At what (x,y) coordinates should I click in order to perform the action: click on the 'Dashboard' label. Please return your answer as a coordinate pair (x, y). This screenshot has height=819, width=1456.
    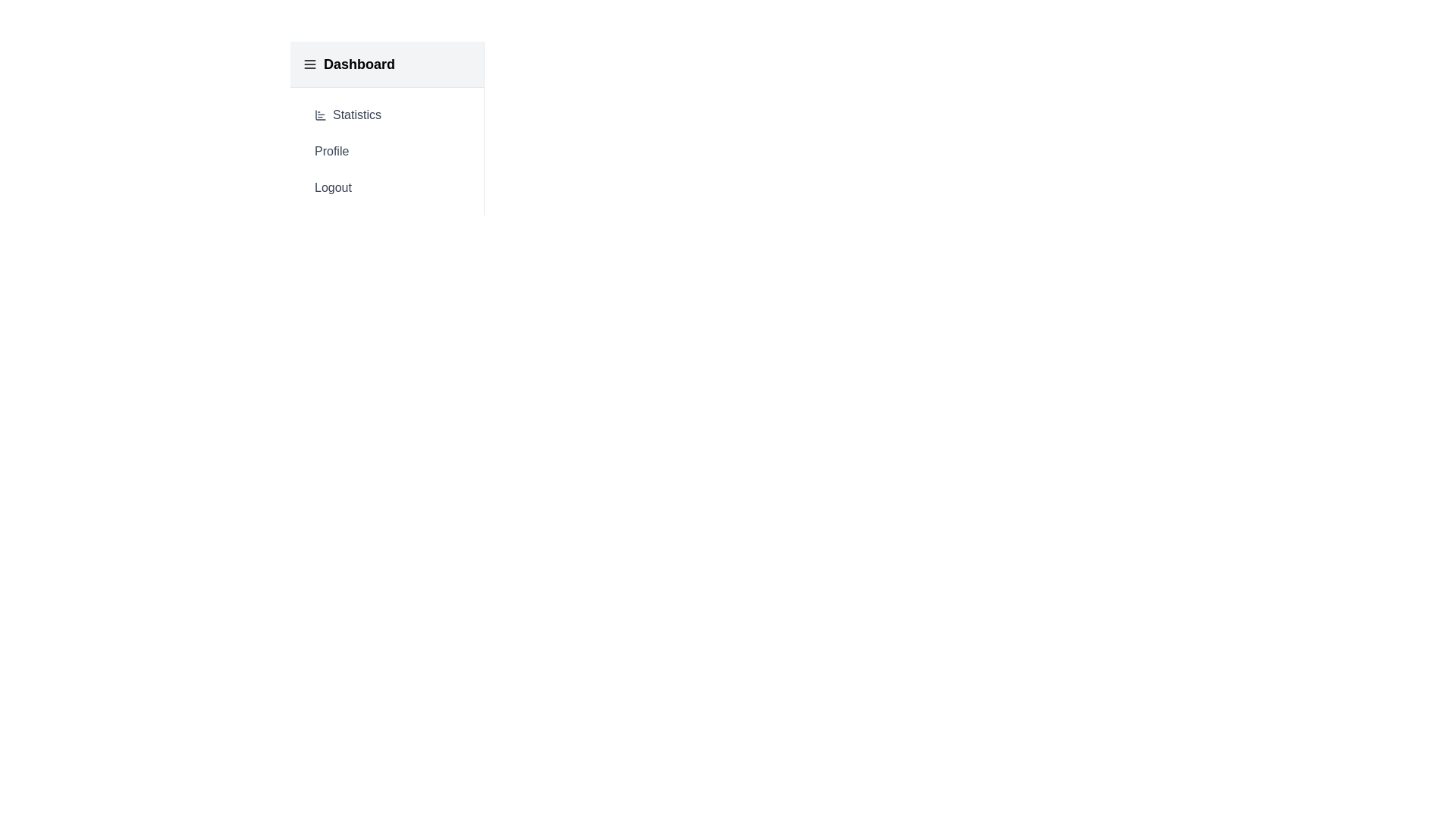
    Looking at the image, I should click on (359, 63).